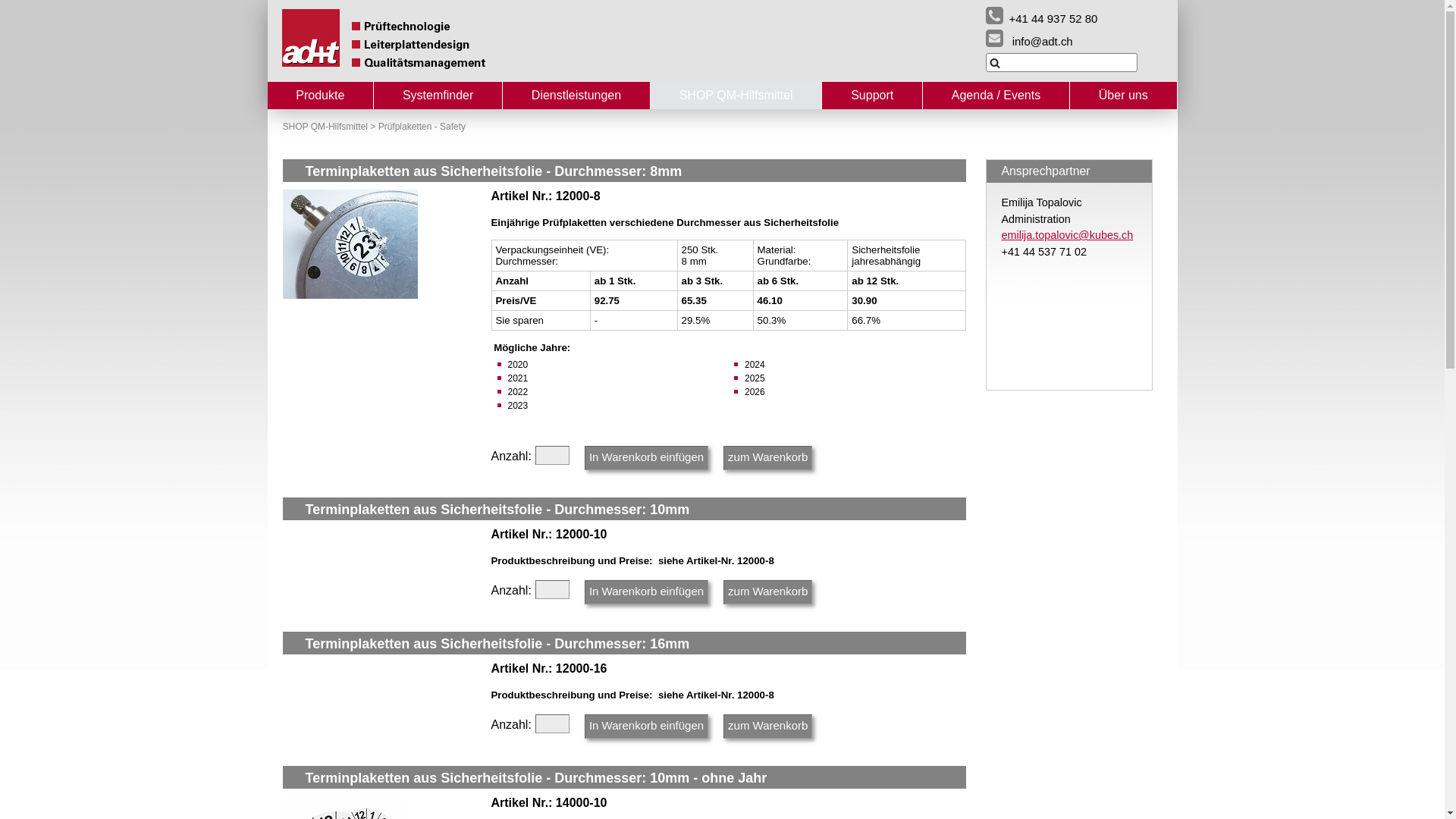  What do you see at coordinates (767, 725) in the screenshot?
I see `'zum Warenkorb'` at bounding box center [767, 725].